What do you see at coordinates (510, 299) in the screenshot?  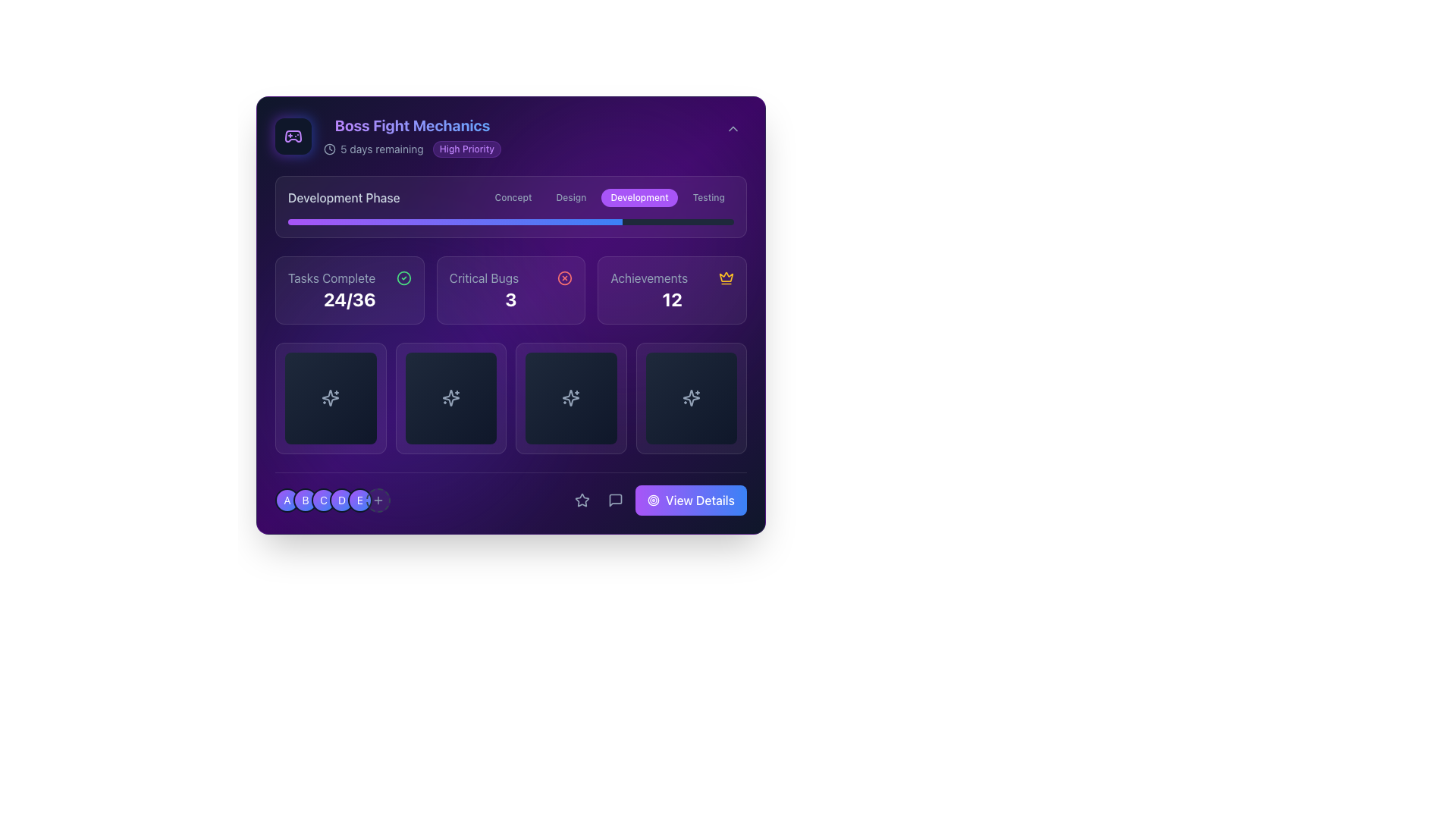 I see `the text display that indicates the count of critical bugs in the dashboard, which is centrally located in the 'Critical Bugs' section` at bounding box center [510, 299].